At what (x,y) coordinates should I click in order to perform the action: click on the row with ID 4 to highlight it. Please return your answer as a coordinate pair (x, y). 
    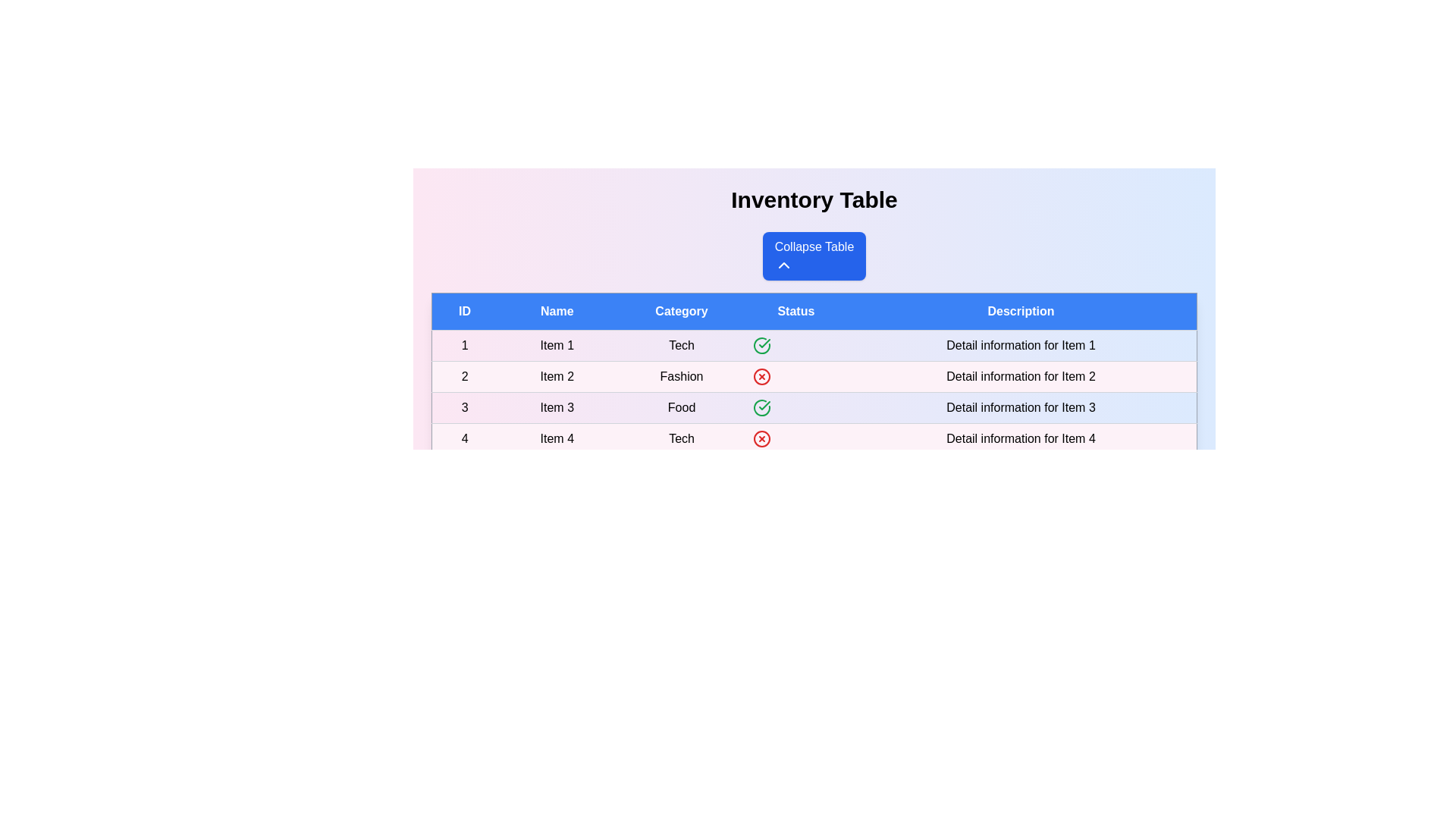
    Looking at the image, I should click on (814, 438).